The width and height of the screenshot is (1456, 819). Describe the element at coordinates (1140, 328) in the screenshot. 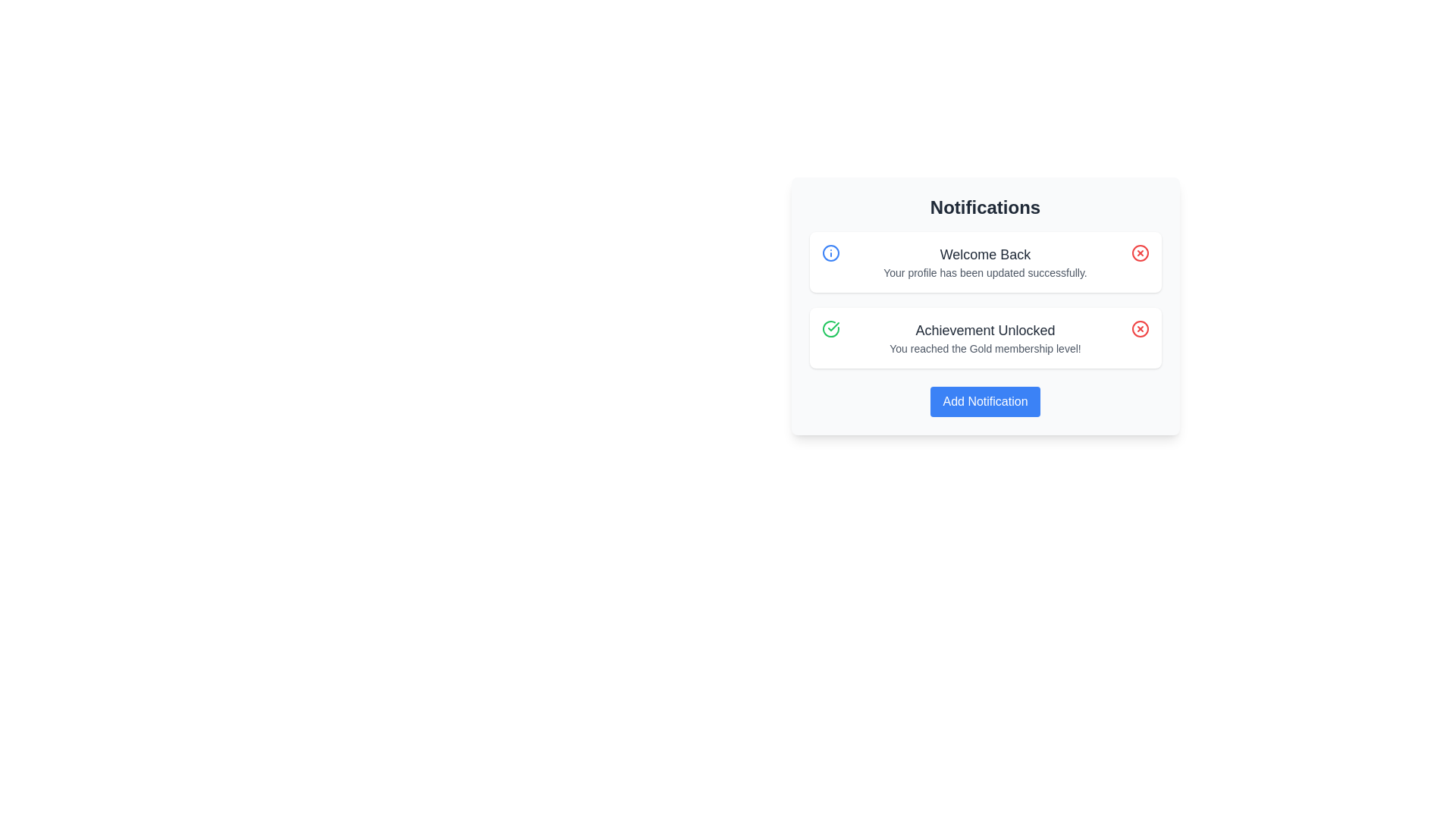

I see `the close button located at the far right side of the notification titled 'Achievement Unlocked' to trigger hover effects` at that location.